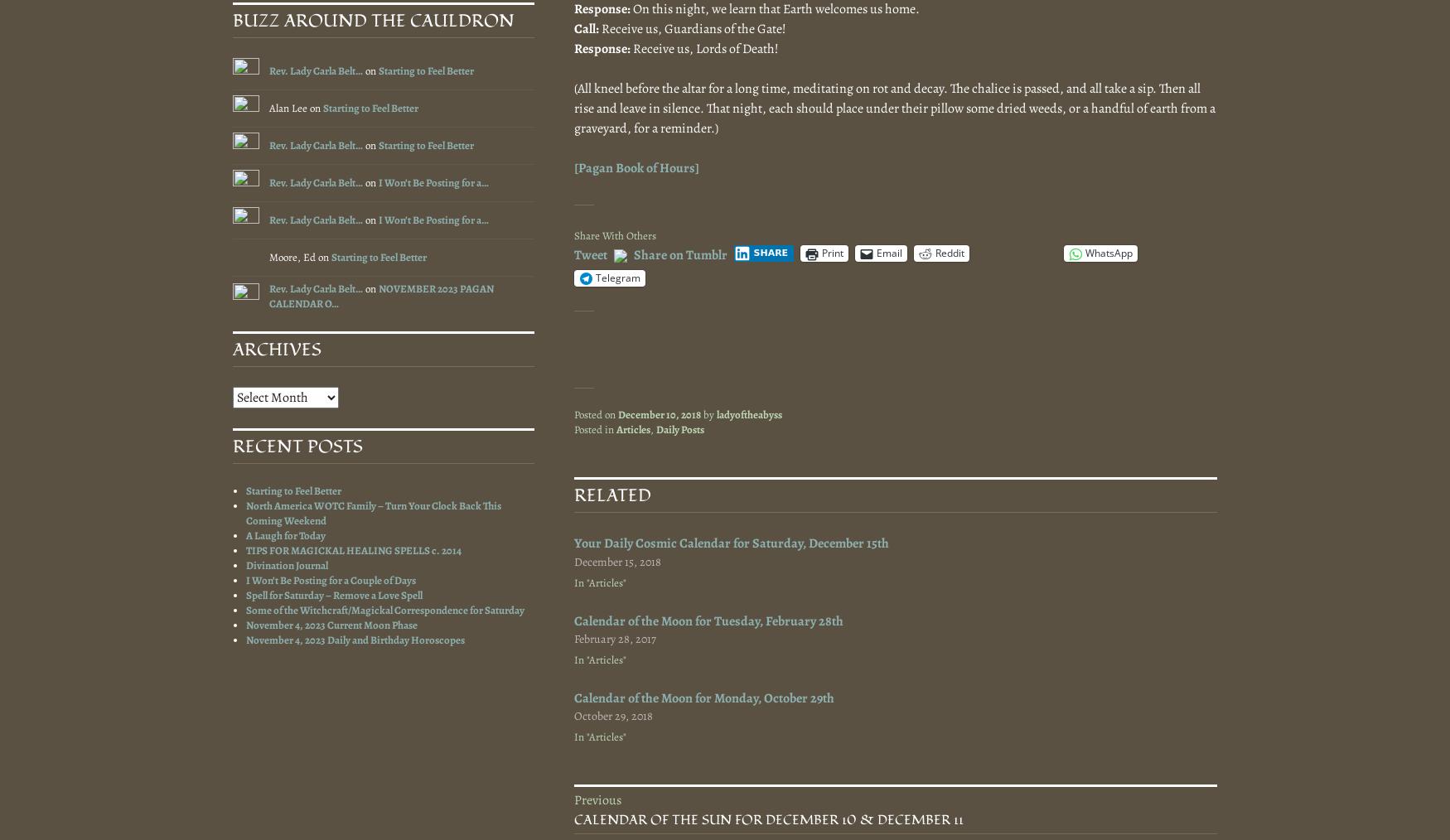 The image size is (1450, 840). What do you see at coordinates (330, 579) in the screenshot?
I see `'I Won’t Be Posting for a Couple of Days'` at bounding box center [330, 579].